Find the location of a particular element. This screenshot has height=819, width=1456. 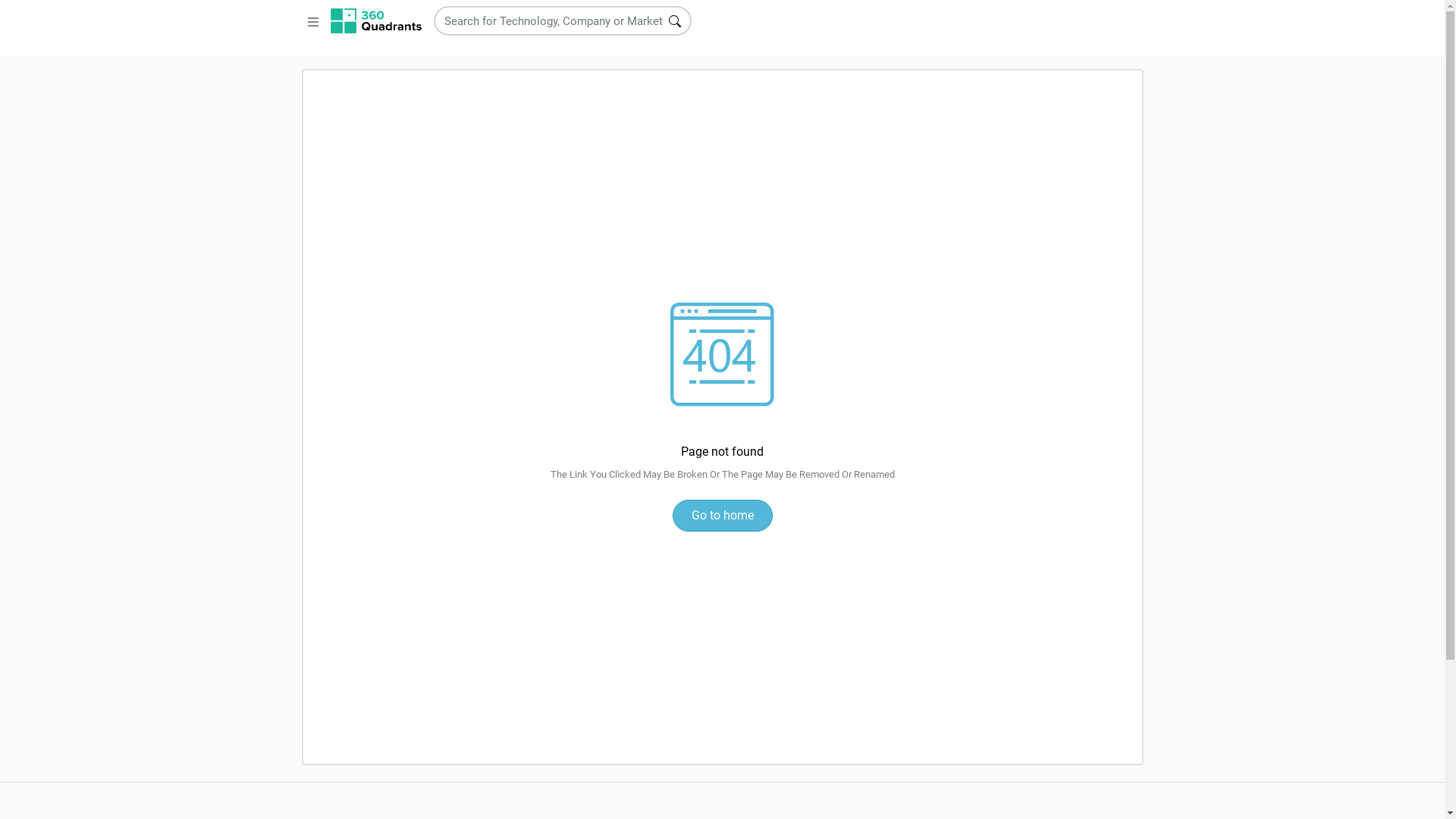

'Go to home' is located at coordinates (720, 514).